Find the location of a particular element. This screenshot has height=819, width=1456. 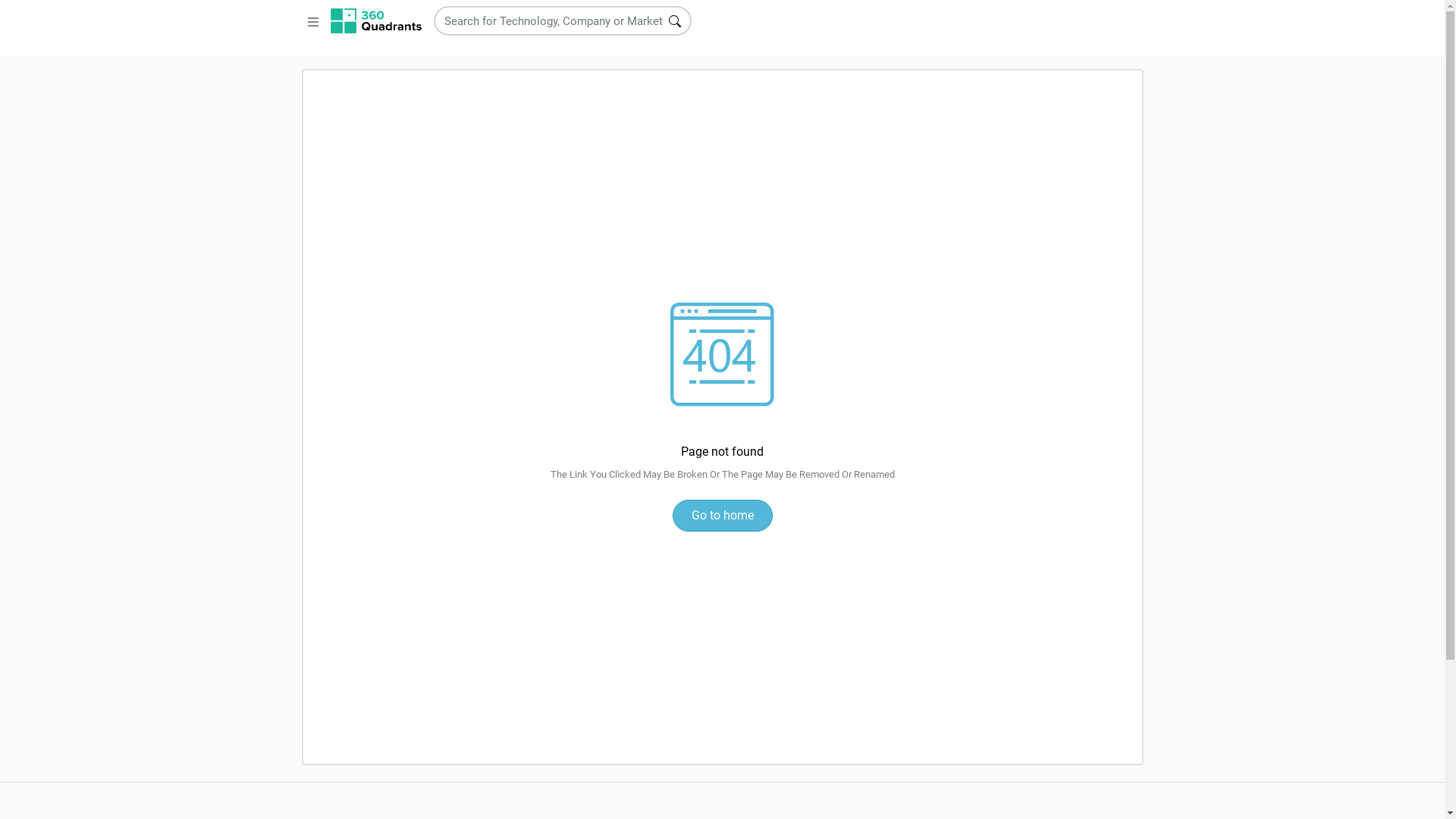

'Go to home' is located at coordinates (720, 514).